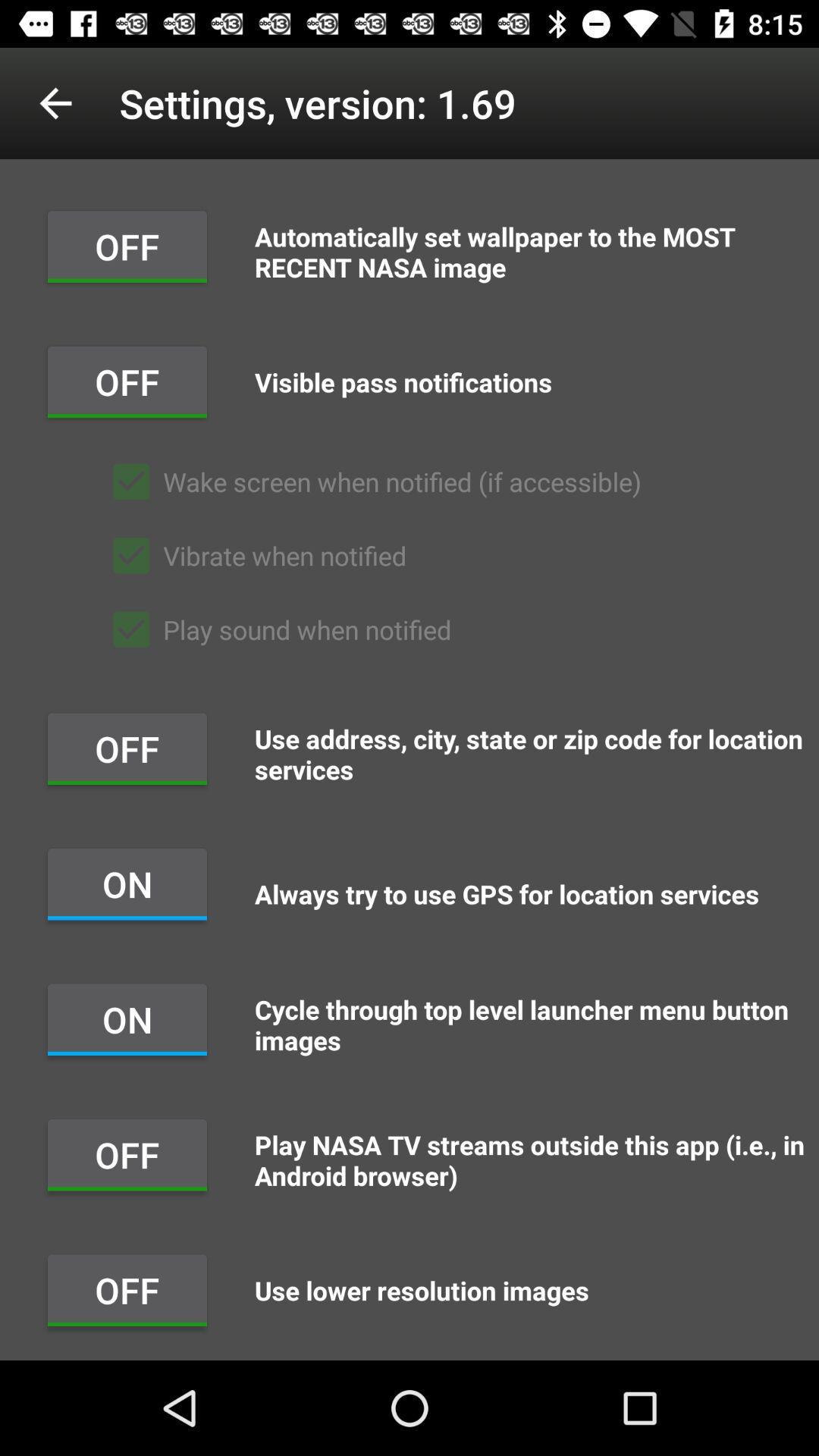 This screenshot has height=1456, width=819. Describe the element at coordinates (370, 481) in the screenshot. I see `wake screen when item` at that location.